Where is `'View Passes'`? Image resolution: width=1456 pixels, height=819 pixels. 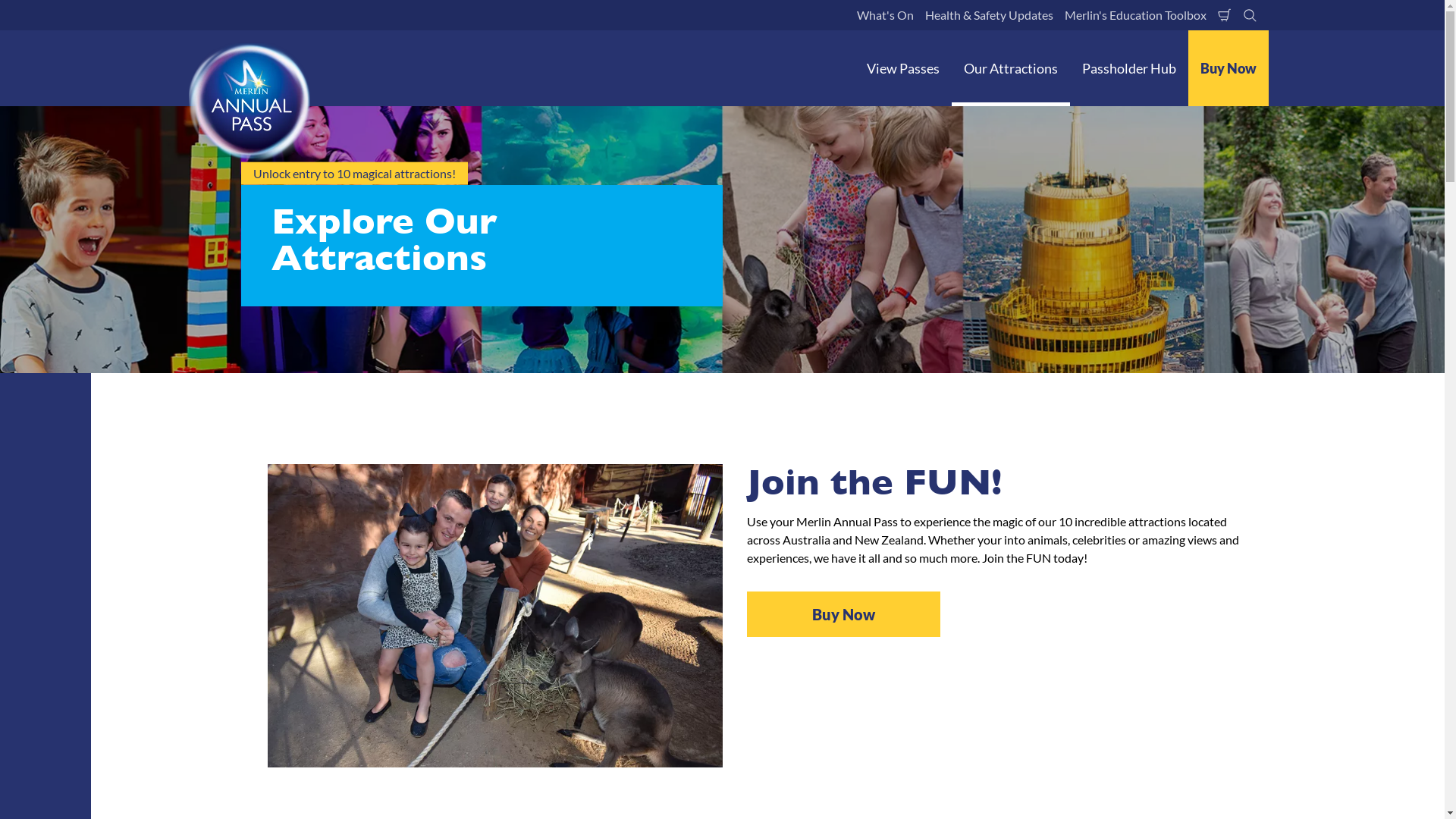
'View Passes' is located at coordinates (902, 67).